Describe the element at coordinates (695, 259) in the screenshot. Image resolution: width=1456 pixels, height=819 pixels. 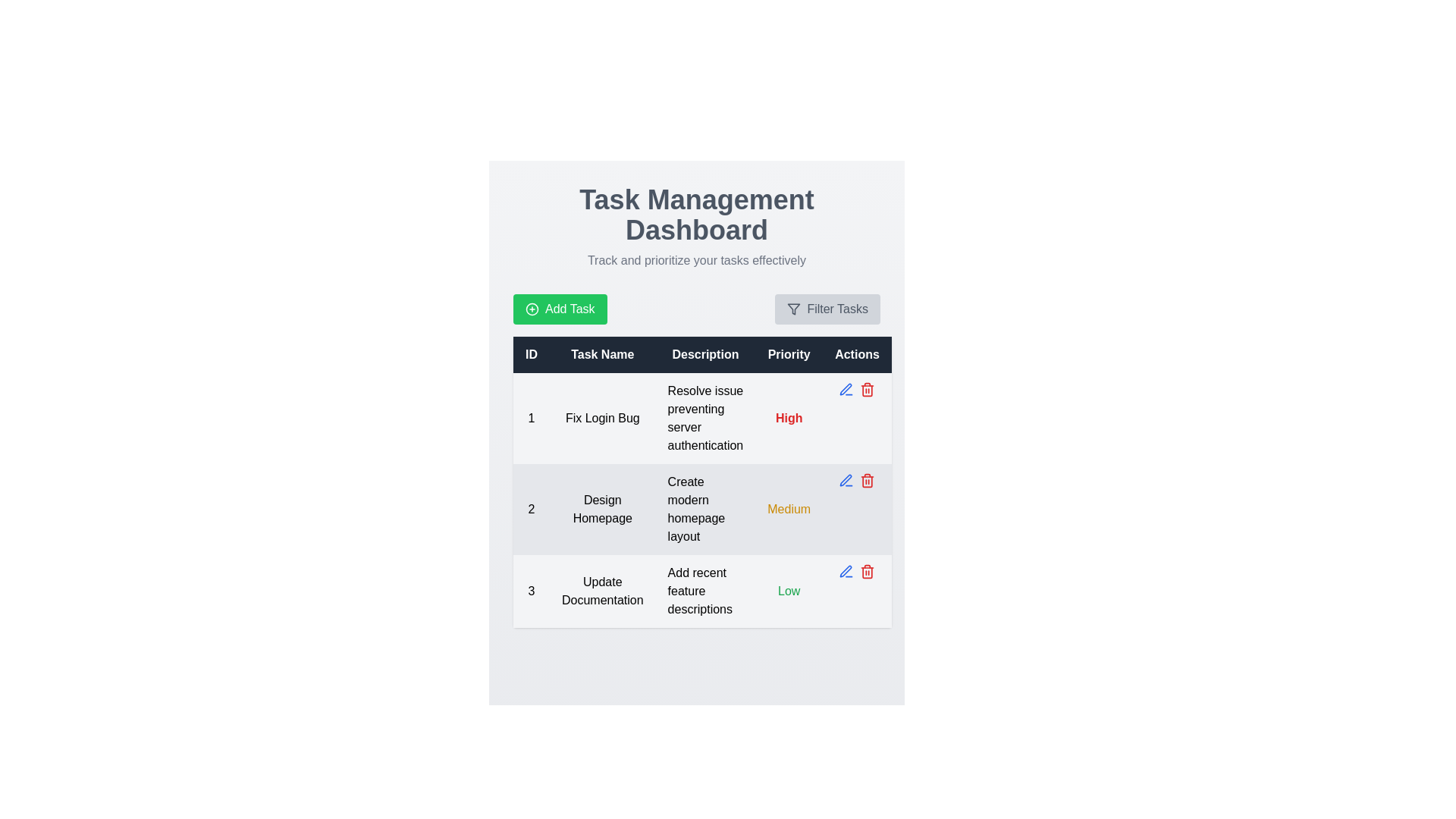
I see `the text label that reads 'Track and prioritize your tasks effectively', which is styled in gray and located directly under the heading 'Task Management Dashboard'` at that location.